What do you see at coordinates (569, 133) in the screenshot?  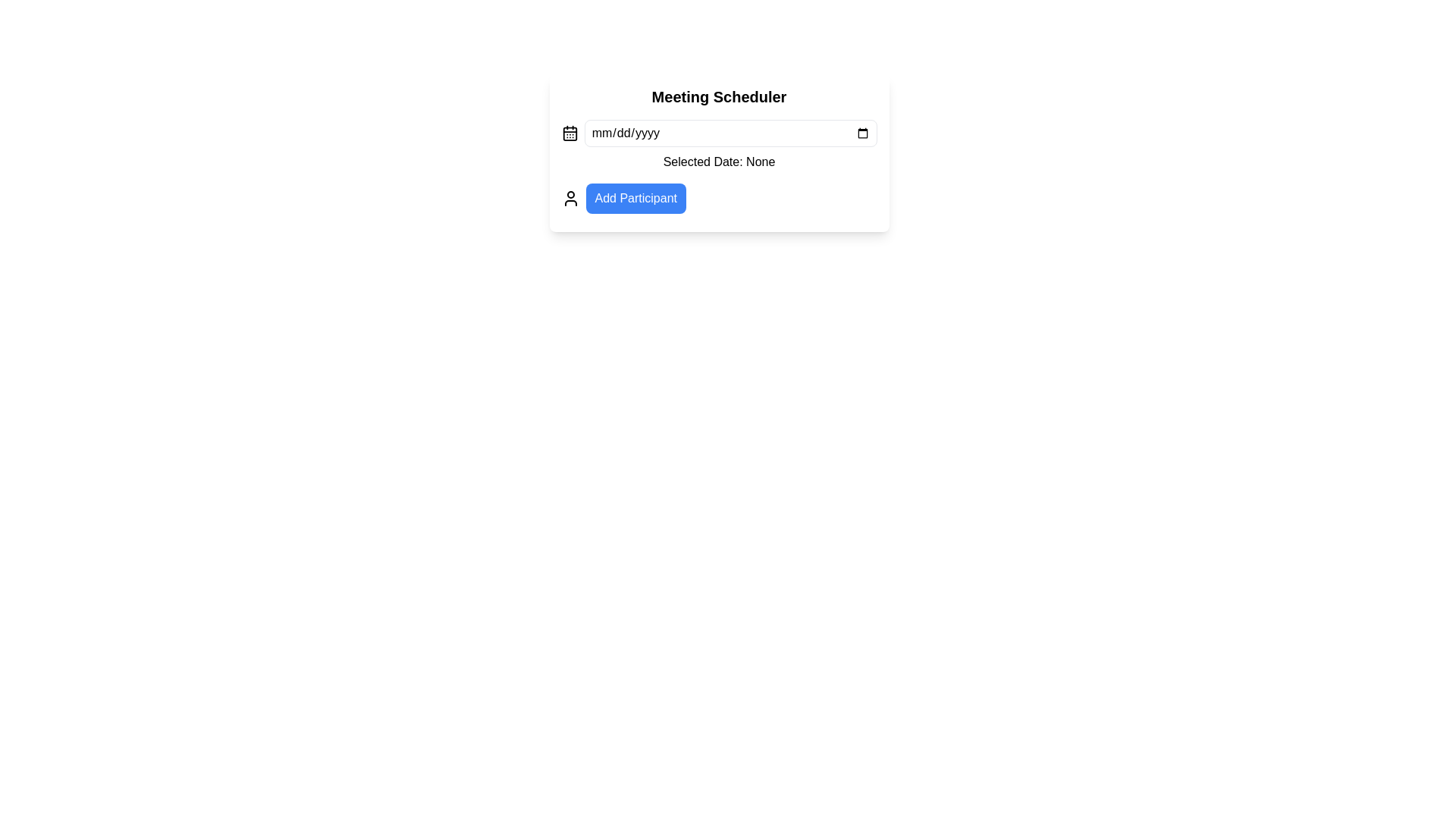 I see `the rectangular shape with a border radius that is part of the calendar icon located at the top-left section of the user interface, adjacent to the input field labeled 'mm/dd/yyyy'` at bounding box center [569, 133].